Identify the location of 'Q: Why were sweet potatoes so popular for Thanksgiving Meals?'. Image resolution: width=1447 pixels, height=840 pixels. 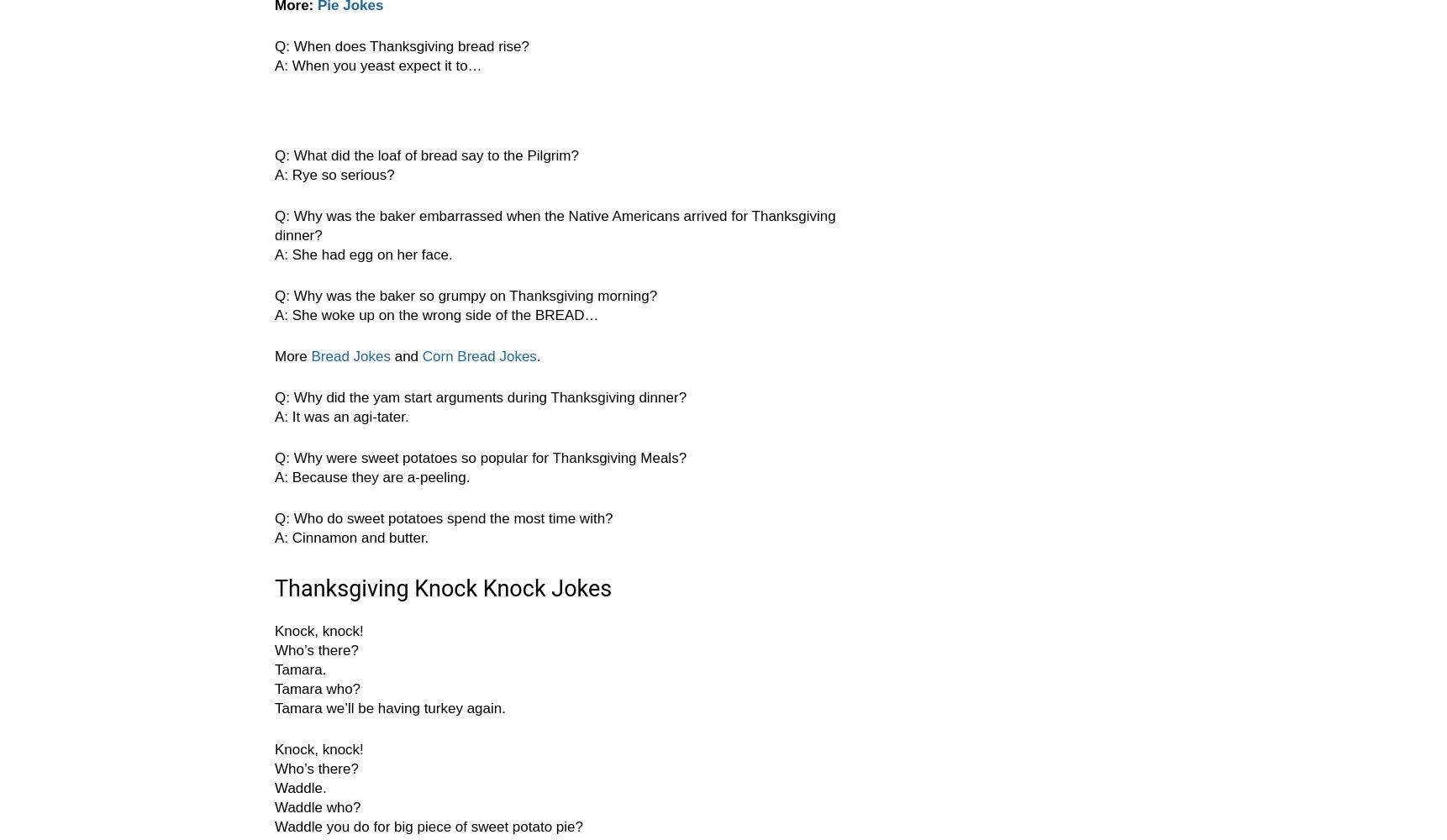
(480, 458).